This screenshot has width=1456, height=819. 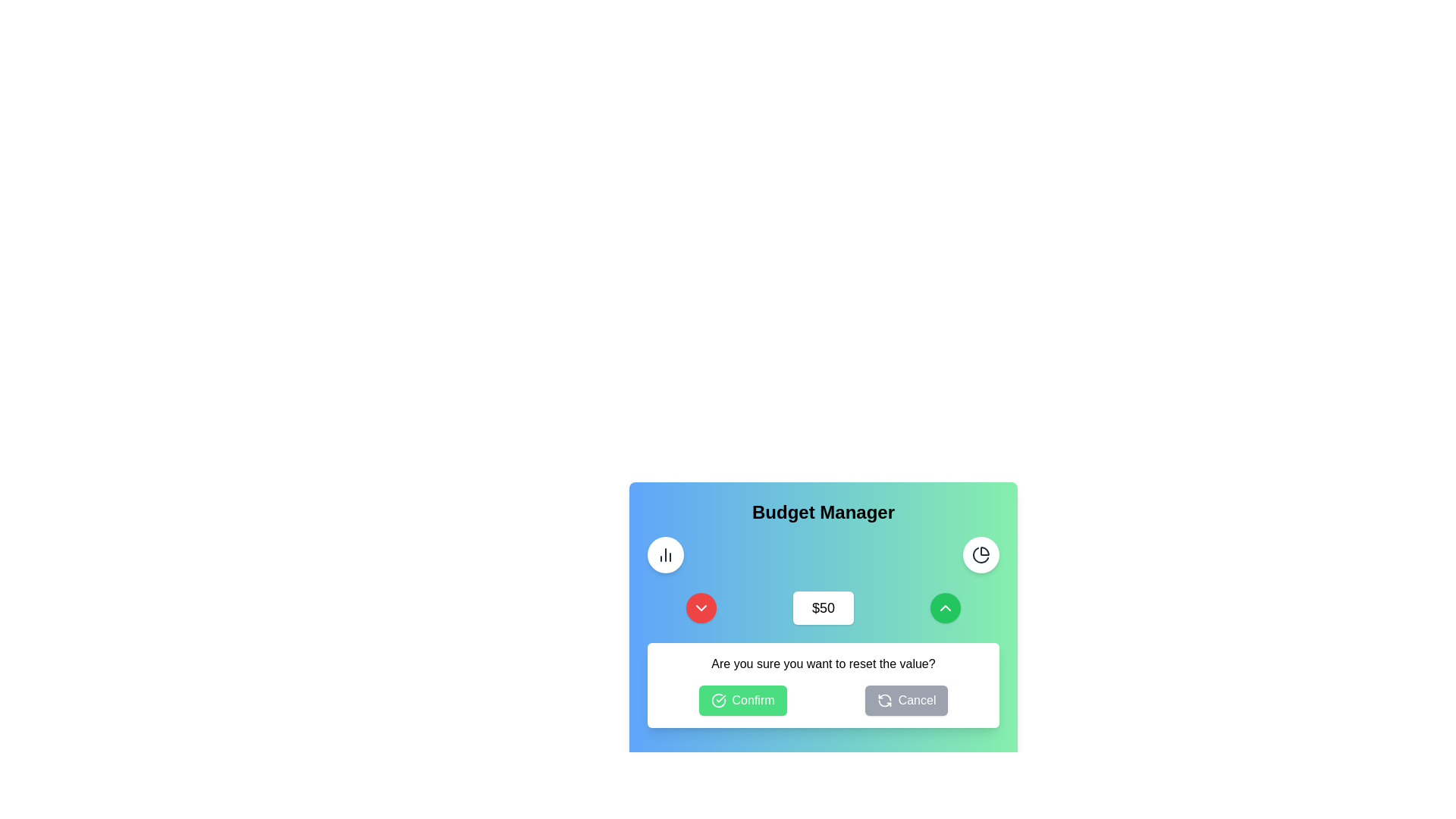 What do you see at coordinates (700, 607) in the screenshot?
I see `the circular button containing the downward-pointing chevron icon for accessibility` at bounding box center [700, 607].